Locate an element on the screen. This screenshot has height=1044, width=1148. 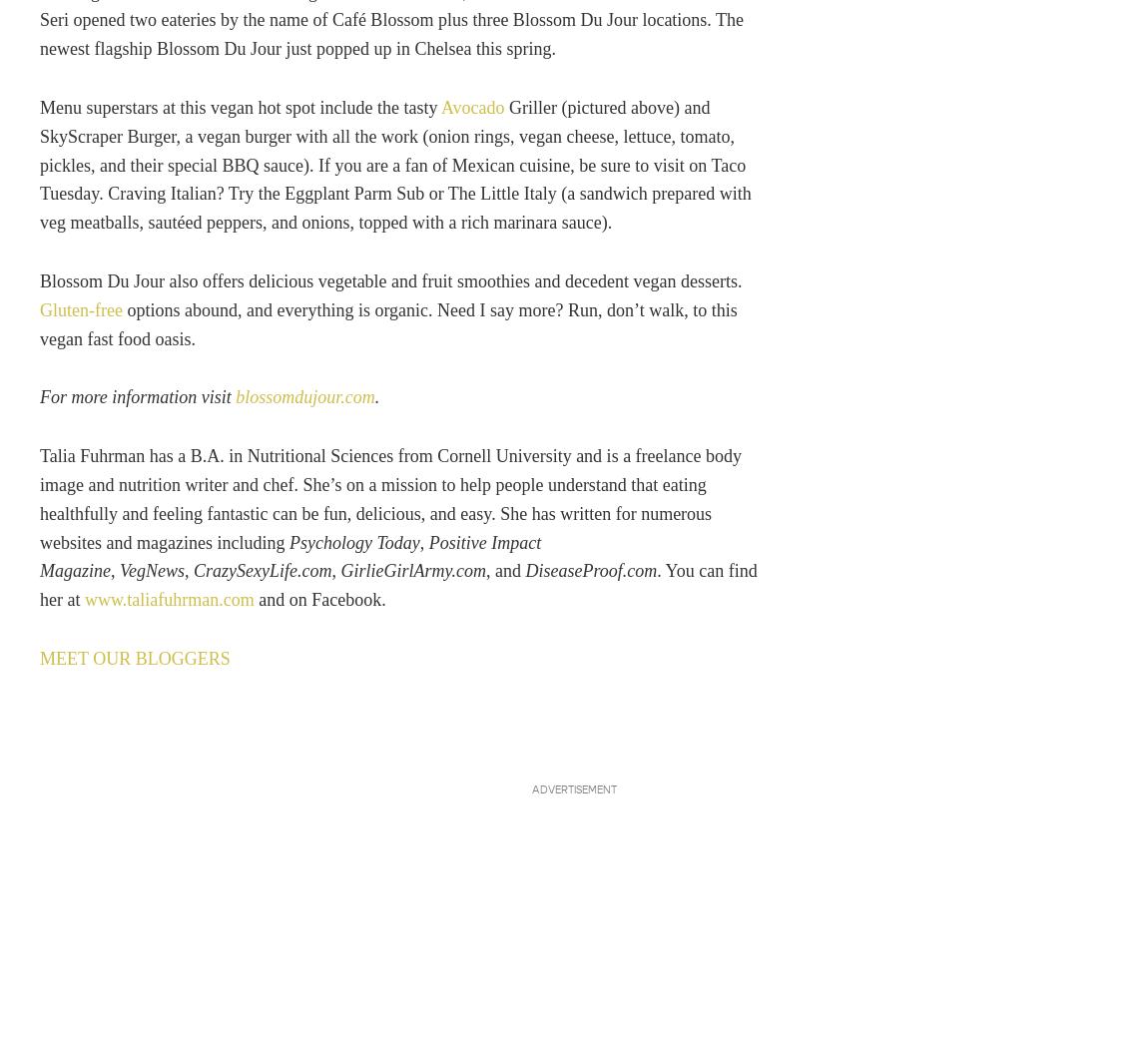
'. You can find her at' is located at coordinates (39, 585).